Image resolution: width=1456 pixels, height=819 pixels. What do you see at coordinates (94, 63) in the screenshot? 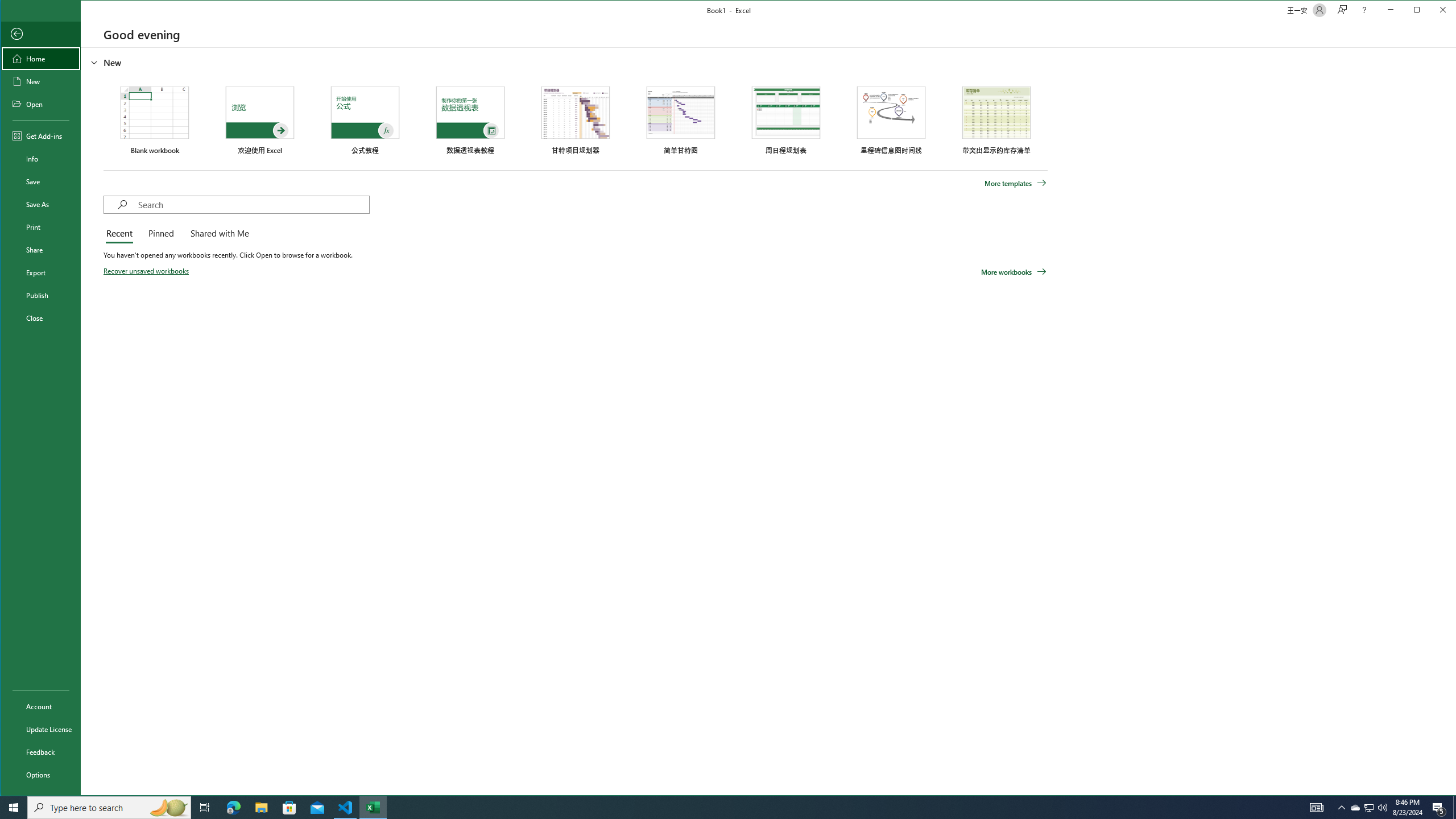
I see `'Hide or show region'` at bounding box center [94, 63].